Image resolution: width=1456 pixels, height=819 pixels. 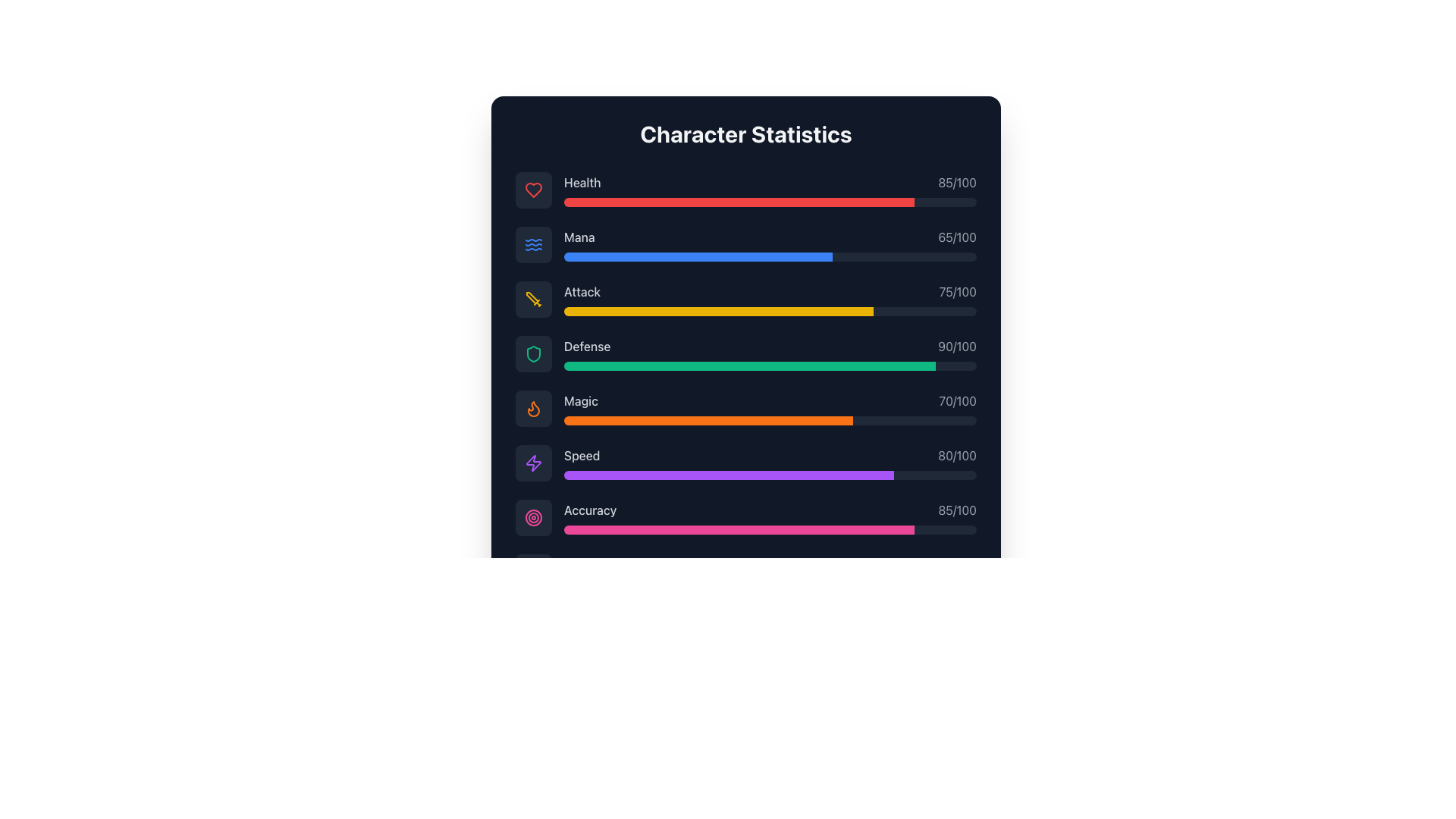 I want to click on the 'Character Statistics' heading, which is a bold and prominent text element located at the top of the character statistics card, so click(x=745, y=133).